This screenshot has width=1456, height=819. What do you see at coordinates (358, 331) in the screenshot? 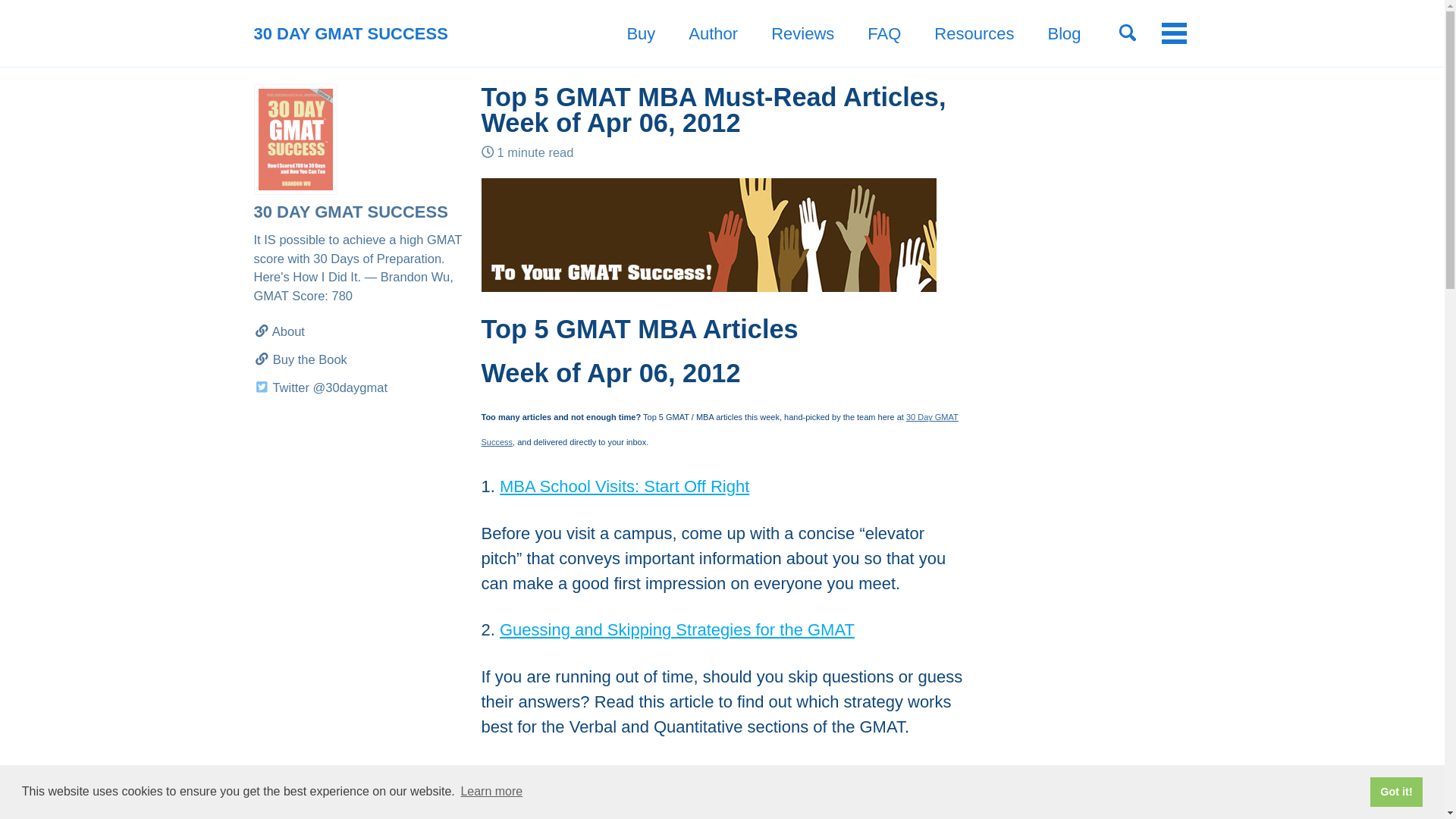
I see `'About'` at bounding box center [358, 331].